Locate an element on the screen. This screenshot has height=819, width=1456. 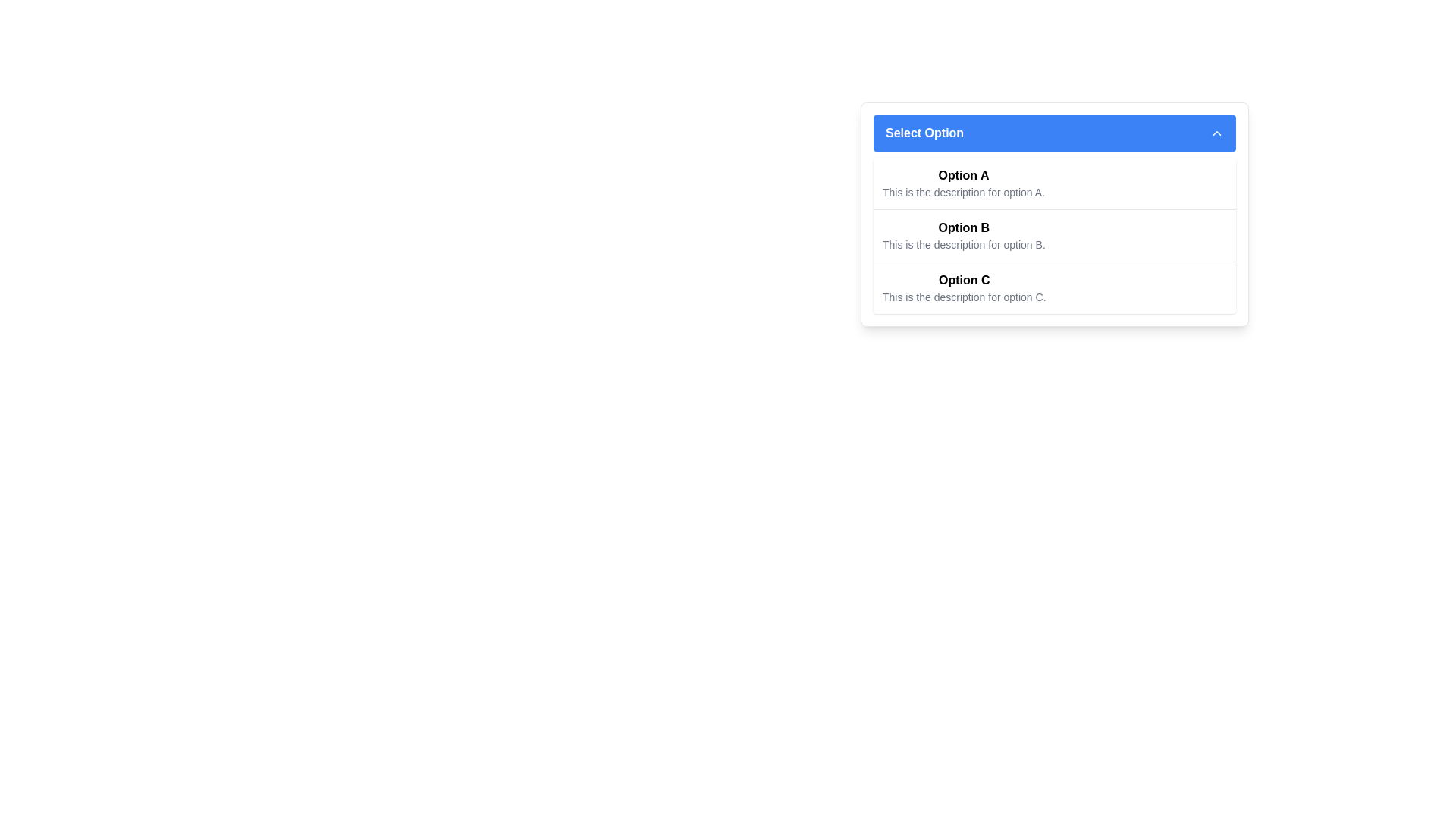
the Text Label that serves as the title of the dropdown menu, located near the top-left section of the dropdown component with a blue title bar, to indicate its current state or purpose is located at coordinates (924, 133).